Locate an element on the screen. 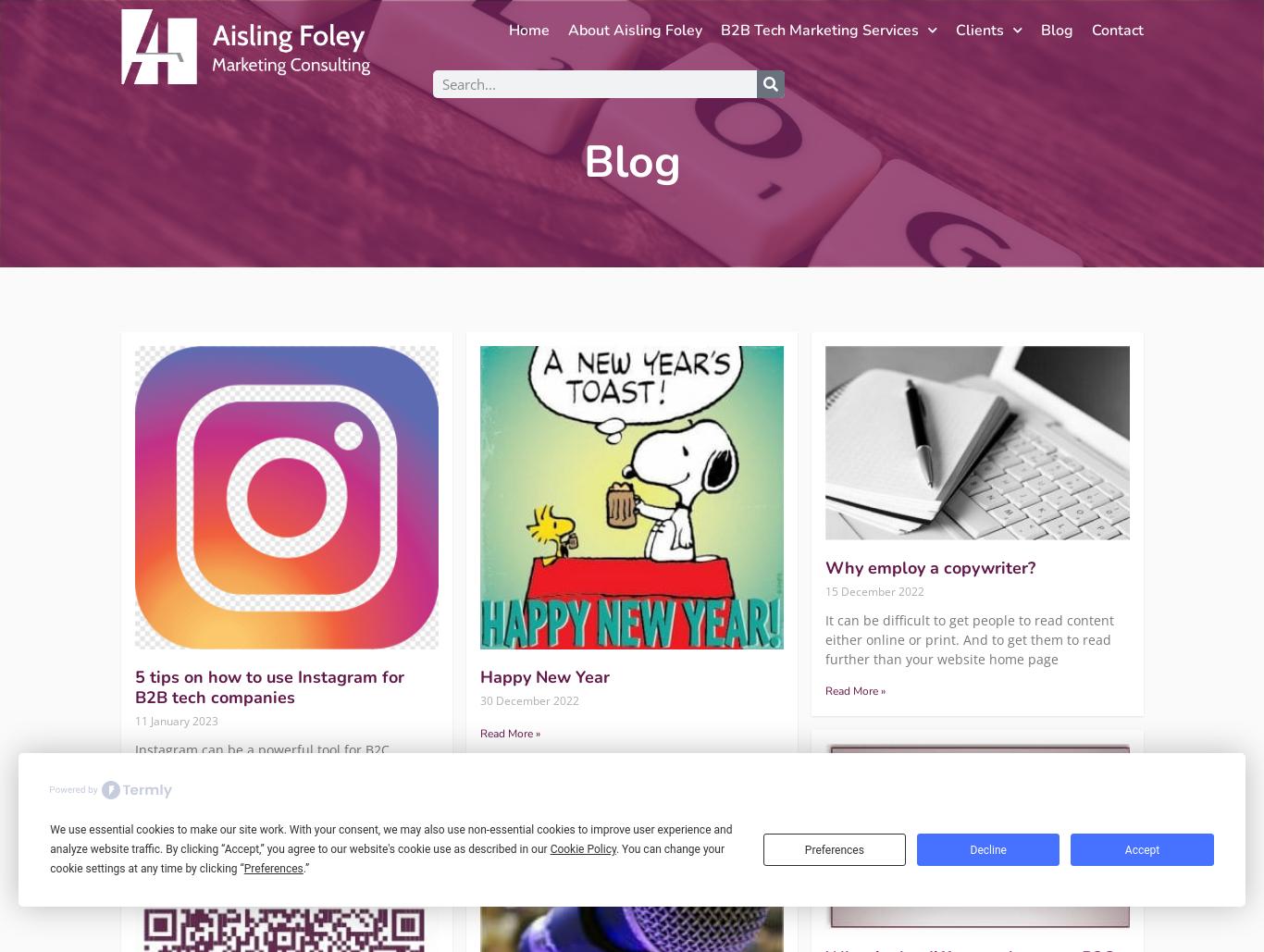  '15 December 2022' is located at coordinates (874, 590).